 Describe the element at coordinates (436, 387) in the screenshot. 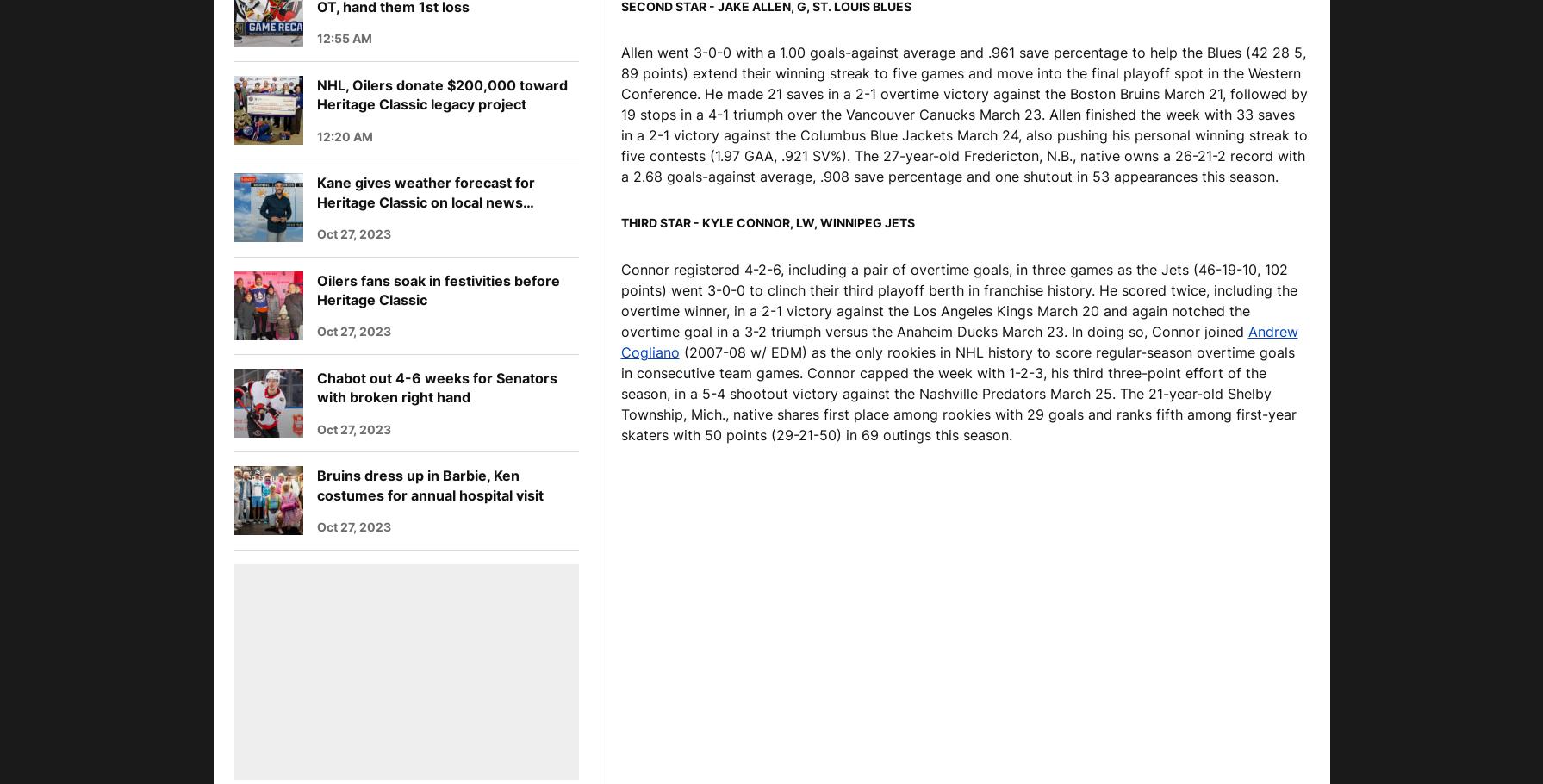

I see `'Chabot out 4-6 weeks for Senators with broken right hand'` at that location.